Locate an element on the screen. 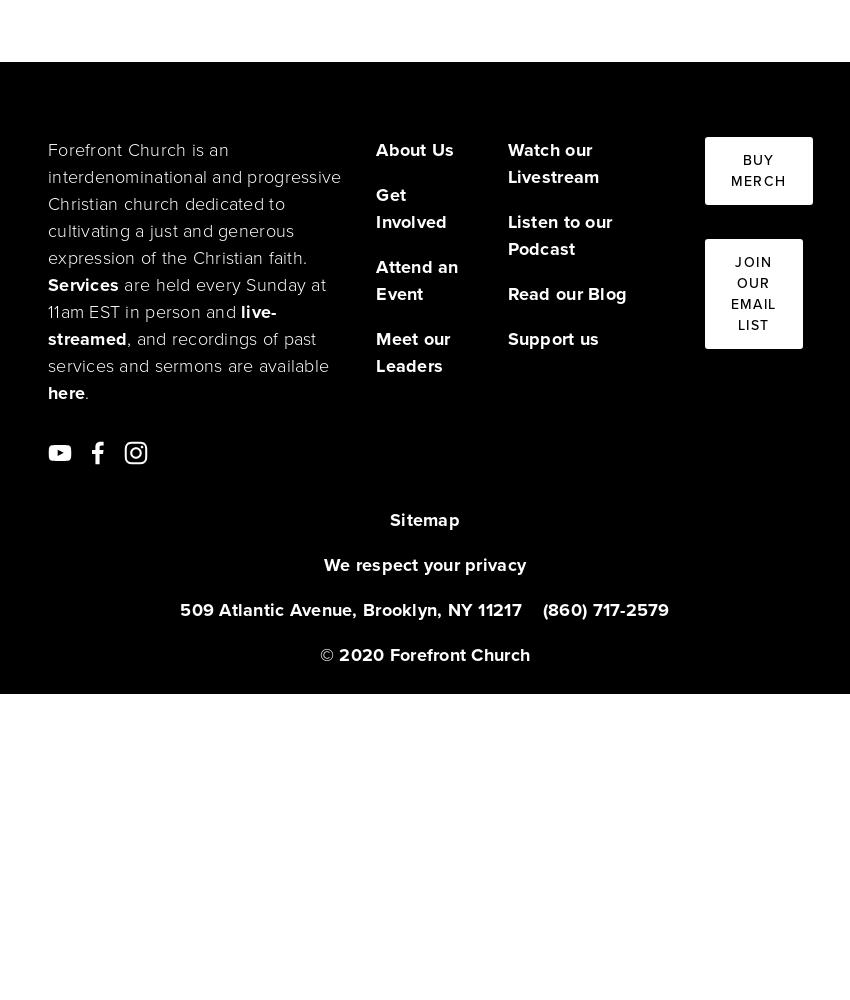 This screenshot has width=850, height=1000. 'We respect your privacy' is located at coordinates (424, 564).